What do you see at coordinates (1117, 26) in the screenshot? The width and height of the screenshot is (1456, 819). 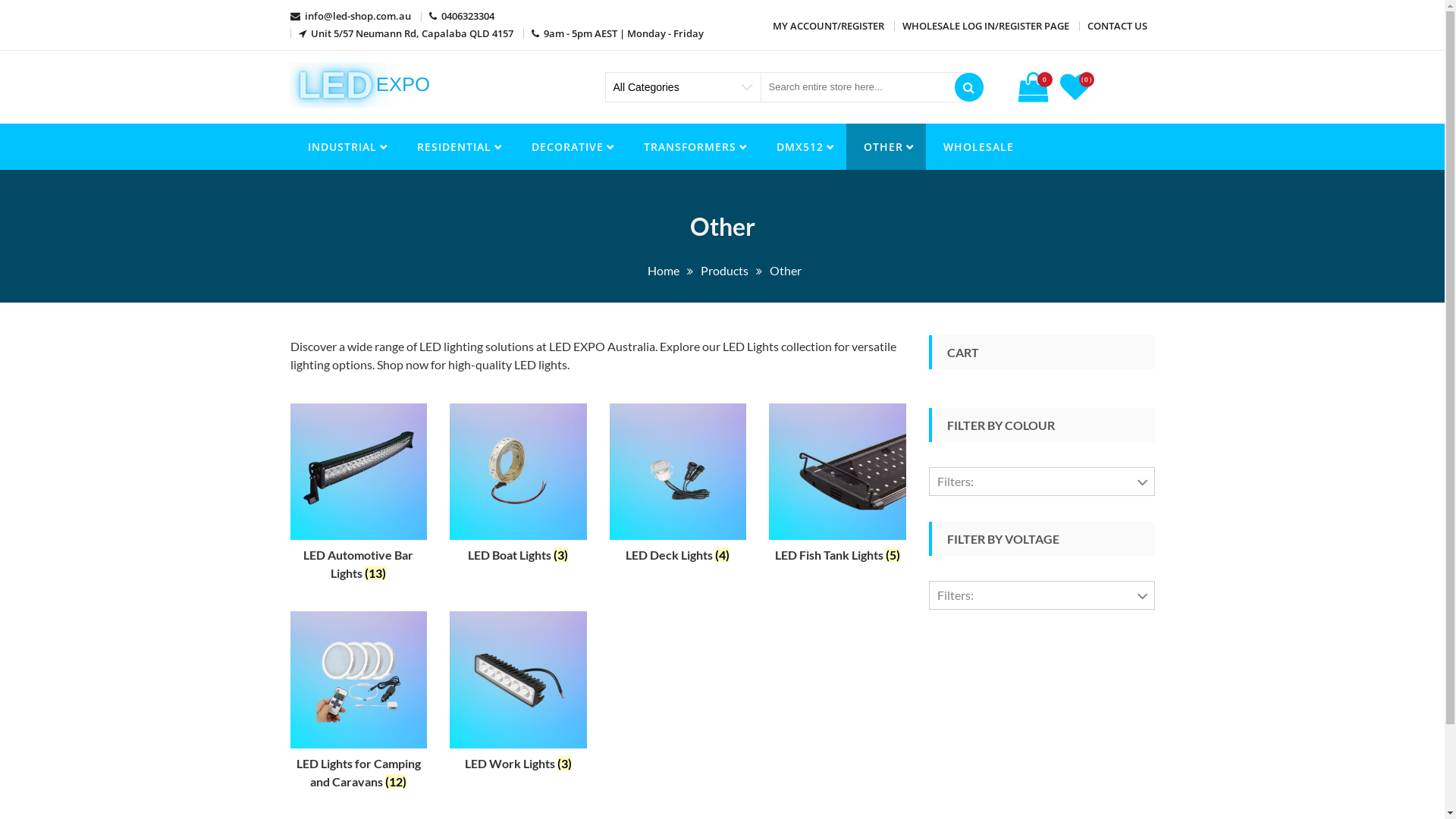 I see `'CONTACT US'` at bounding box center [1117, 26].